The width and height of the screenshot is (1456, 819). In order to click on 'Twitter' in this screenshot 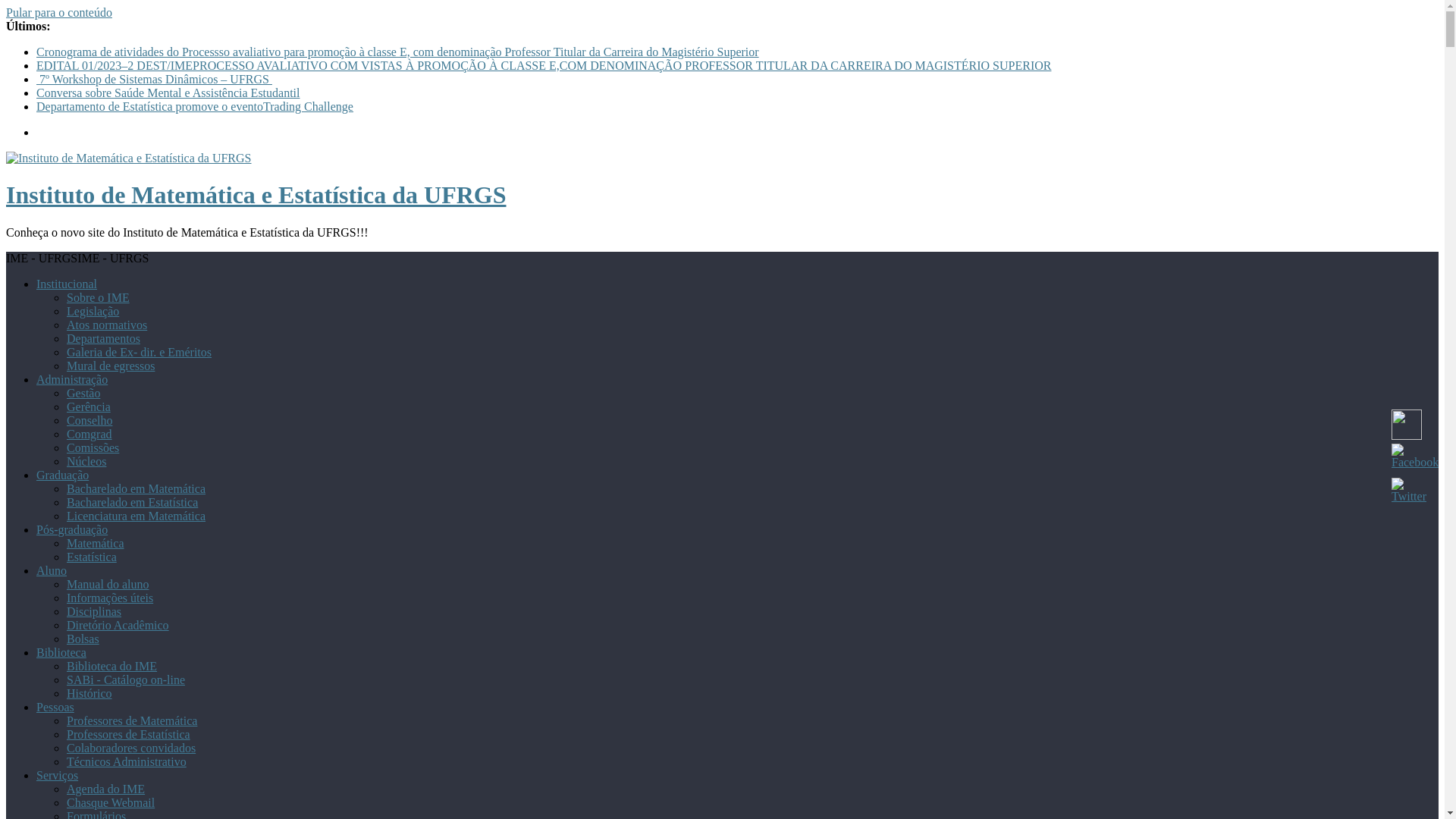, I will do `click(1407, 491)`.